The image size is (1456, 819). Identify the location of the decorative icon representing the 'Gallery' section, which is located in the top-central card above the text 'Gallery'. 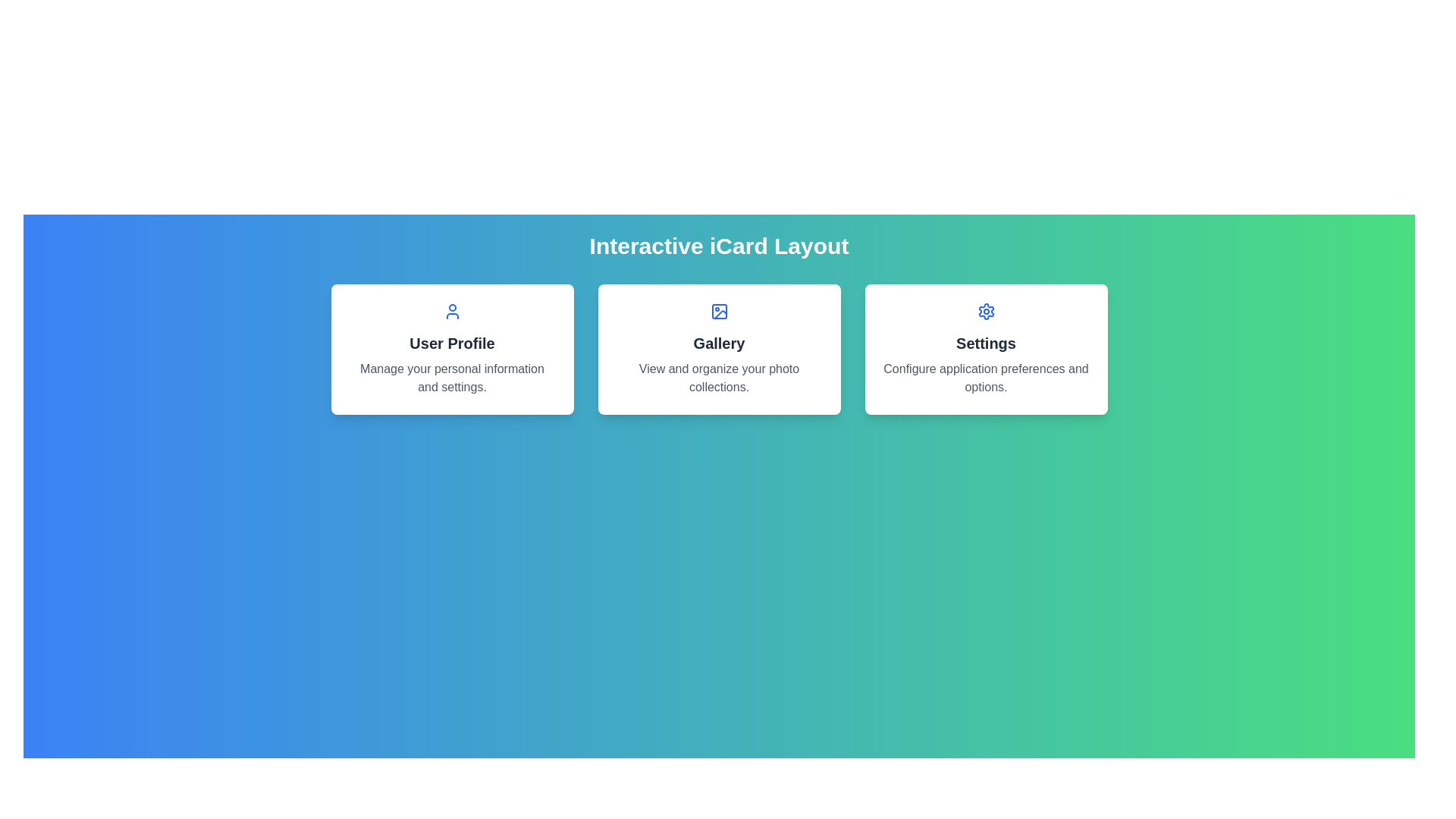
(718, 311).